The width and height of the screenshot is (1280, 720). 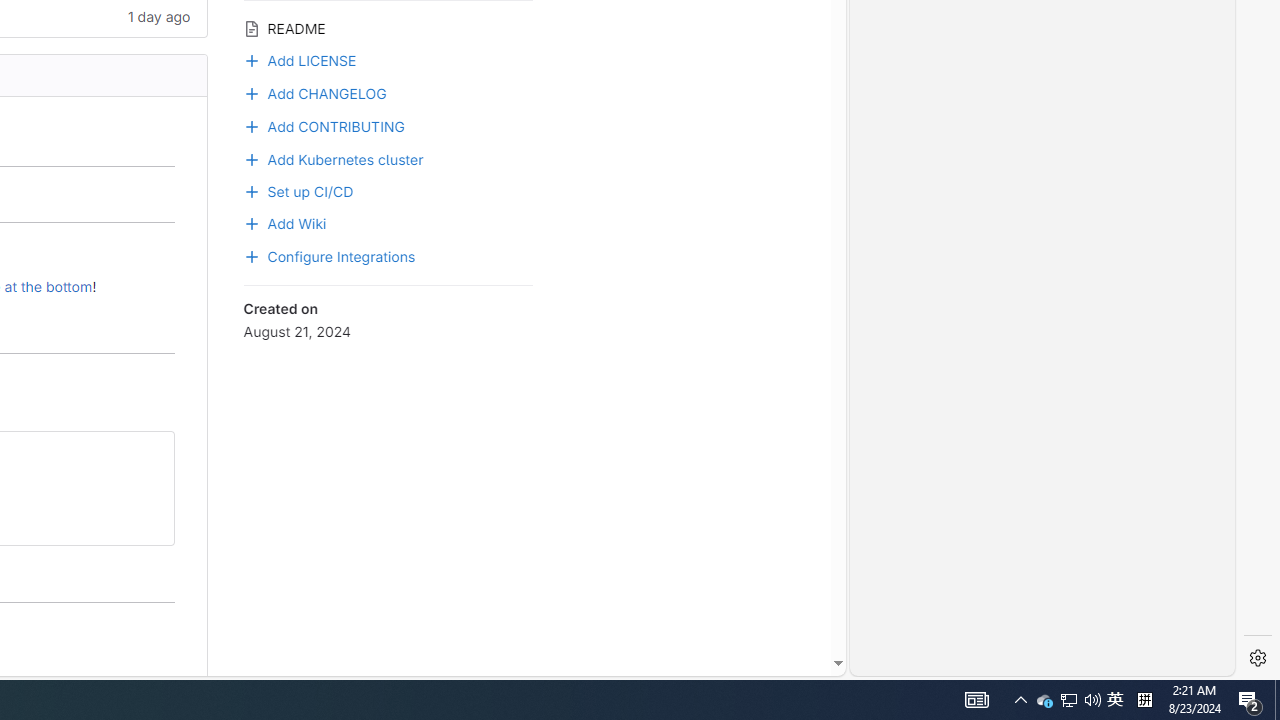 What do you see at coordinates (313, 91) in the screenshot?
I see `'Add CHANGELOG'` at bounding box center [313, 91].